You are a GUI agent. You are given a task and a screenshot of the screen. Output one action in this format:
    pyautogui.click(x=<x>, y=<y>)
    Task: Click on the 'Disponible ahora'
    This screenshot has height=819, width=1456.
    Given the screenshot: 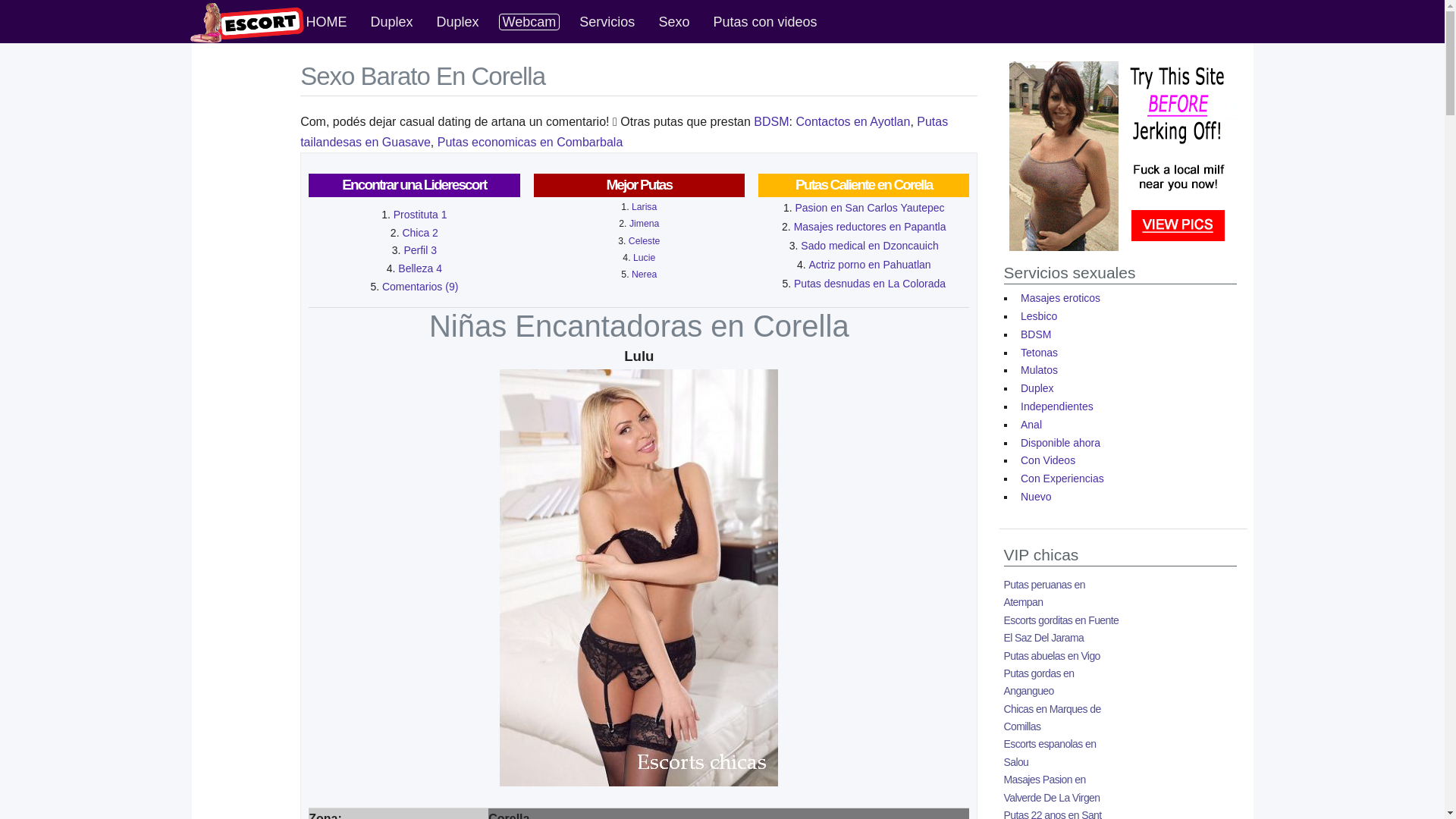 What is the action you would take?
    pyautogui.click(x=1059, y=442)
    